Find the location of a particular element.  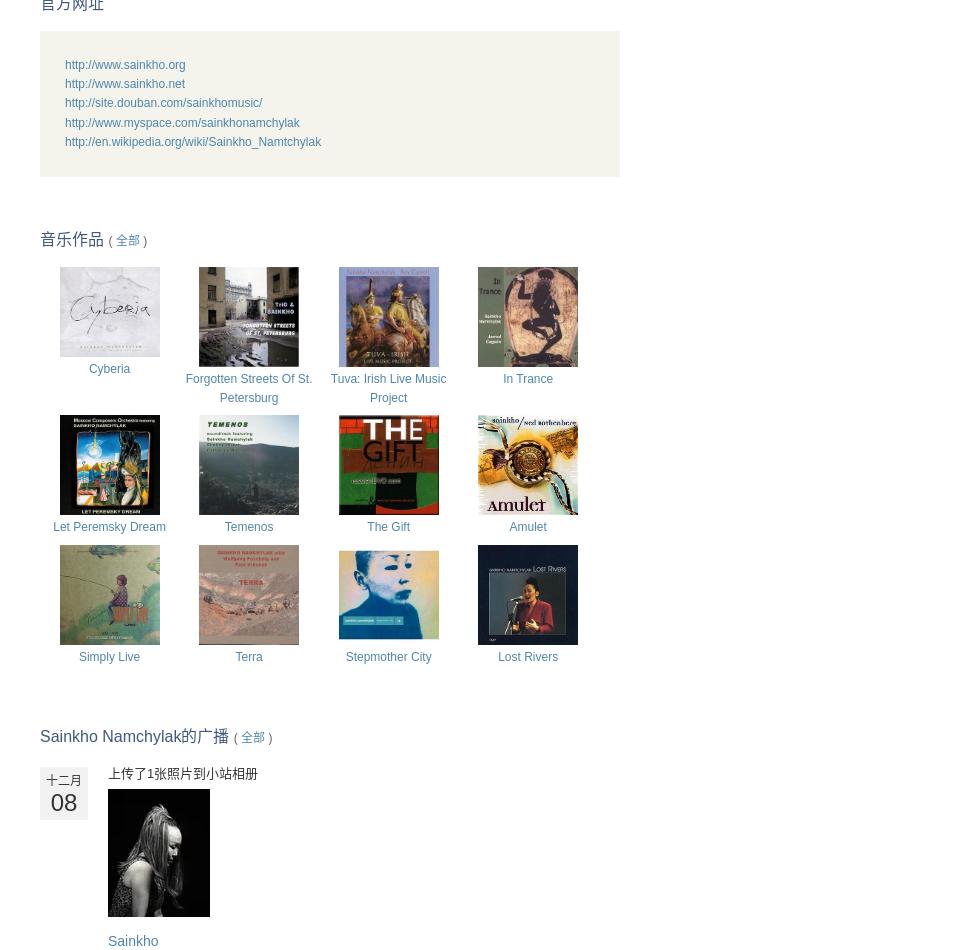

'Lost Rivers' is located at coordinates (527, 655).